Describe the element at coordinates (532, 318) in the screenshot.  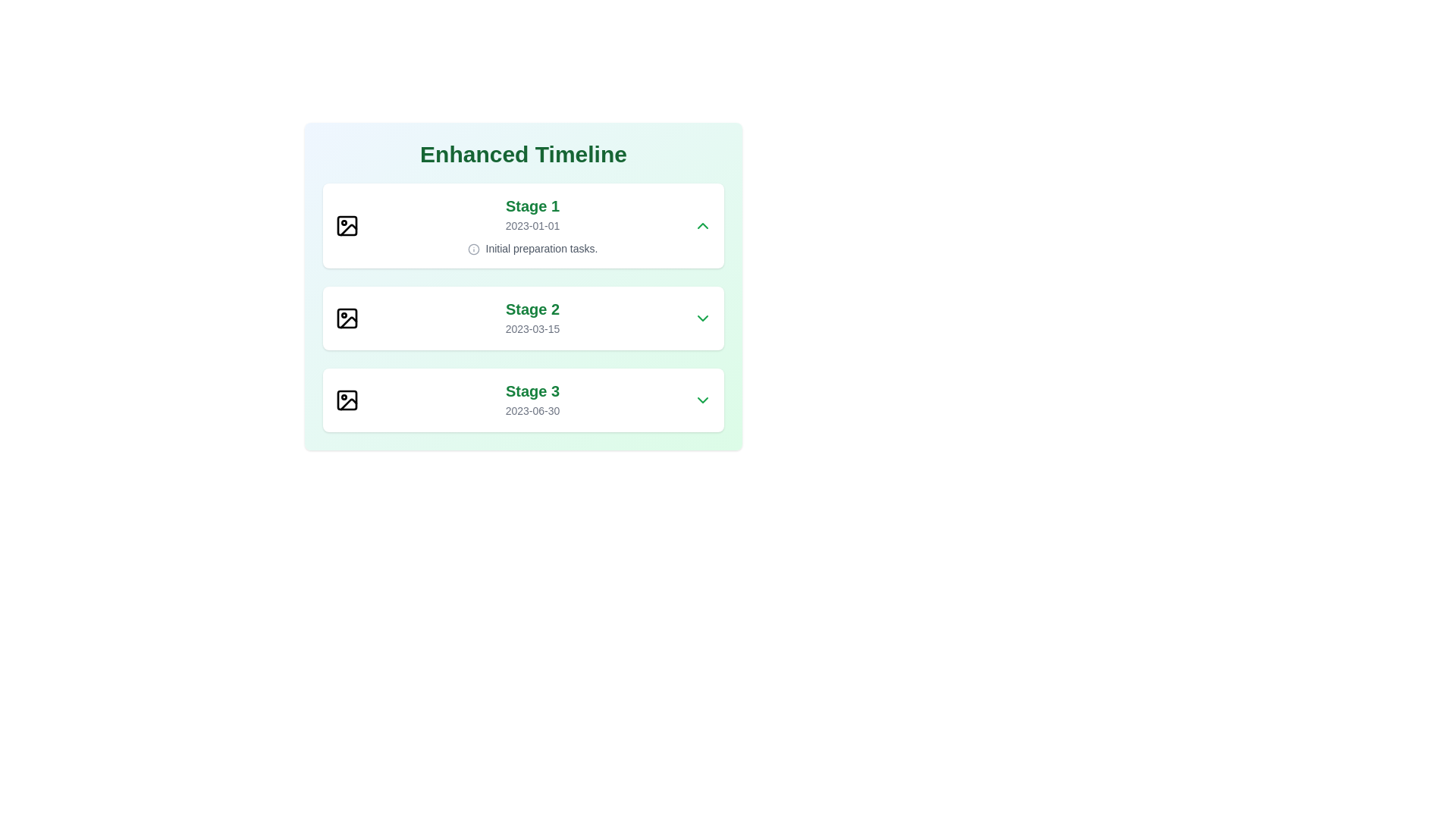
I see `the information displayed in the text block that indicates the project stage, which is the second item in a vertical list of similar components, positioned between 'Stage 1' and 'Stage 3' in the interface` at that location.